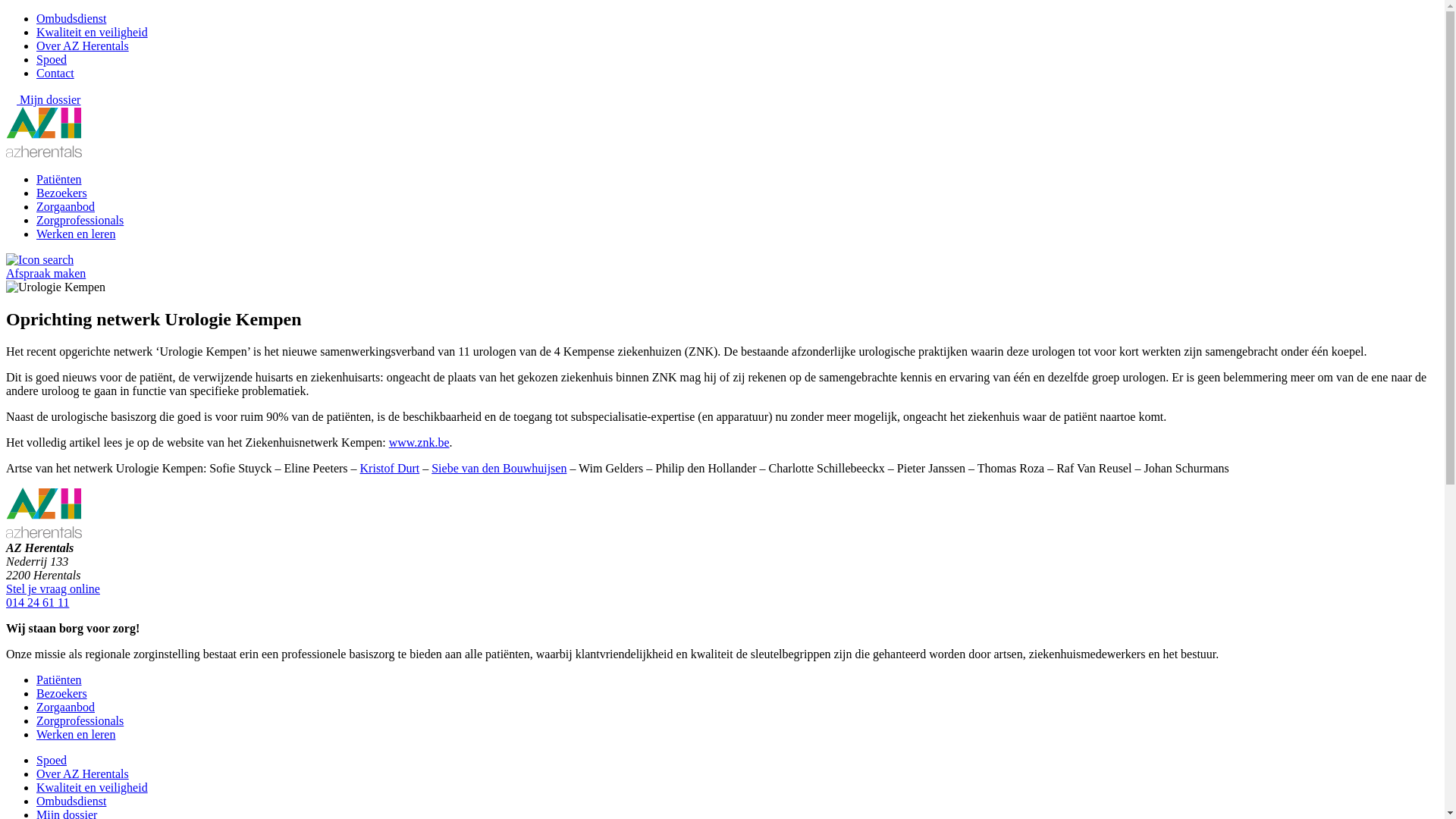 This screenshot has width=1456, height=819. Describe the element at coordinates (419, 442) in the screenshot. I see `'www.znk.be'` at that location.